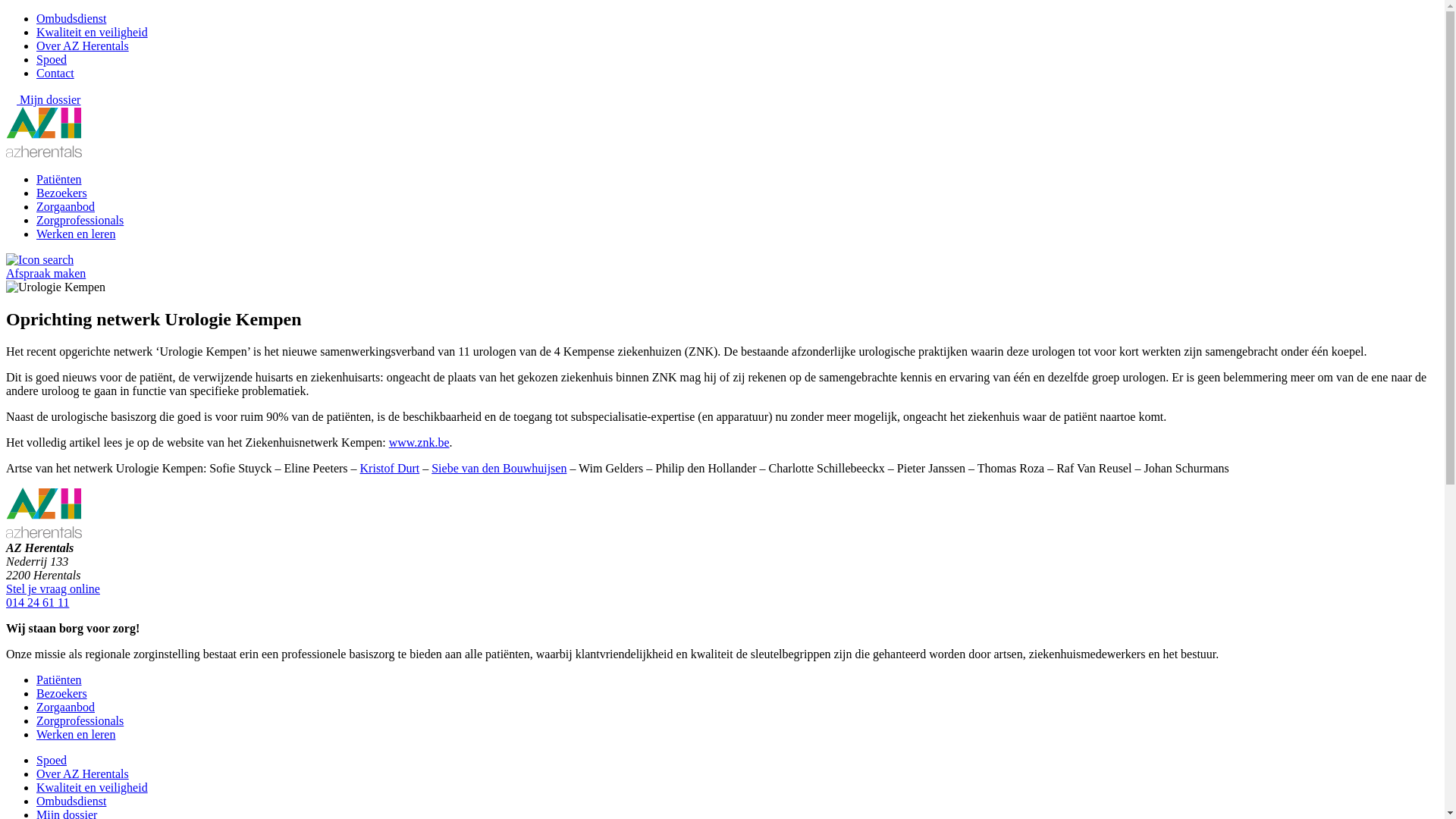 This screenshot has width=1456, height=819. Describe the element at coordinates (419, 442) in the screenshot. I see `'www.znk.be'` at that location.